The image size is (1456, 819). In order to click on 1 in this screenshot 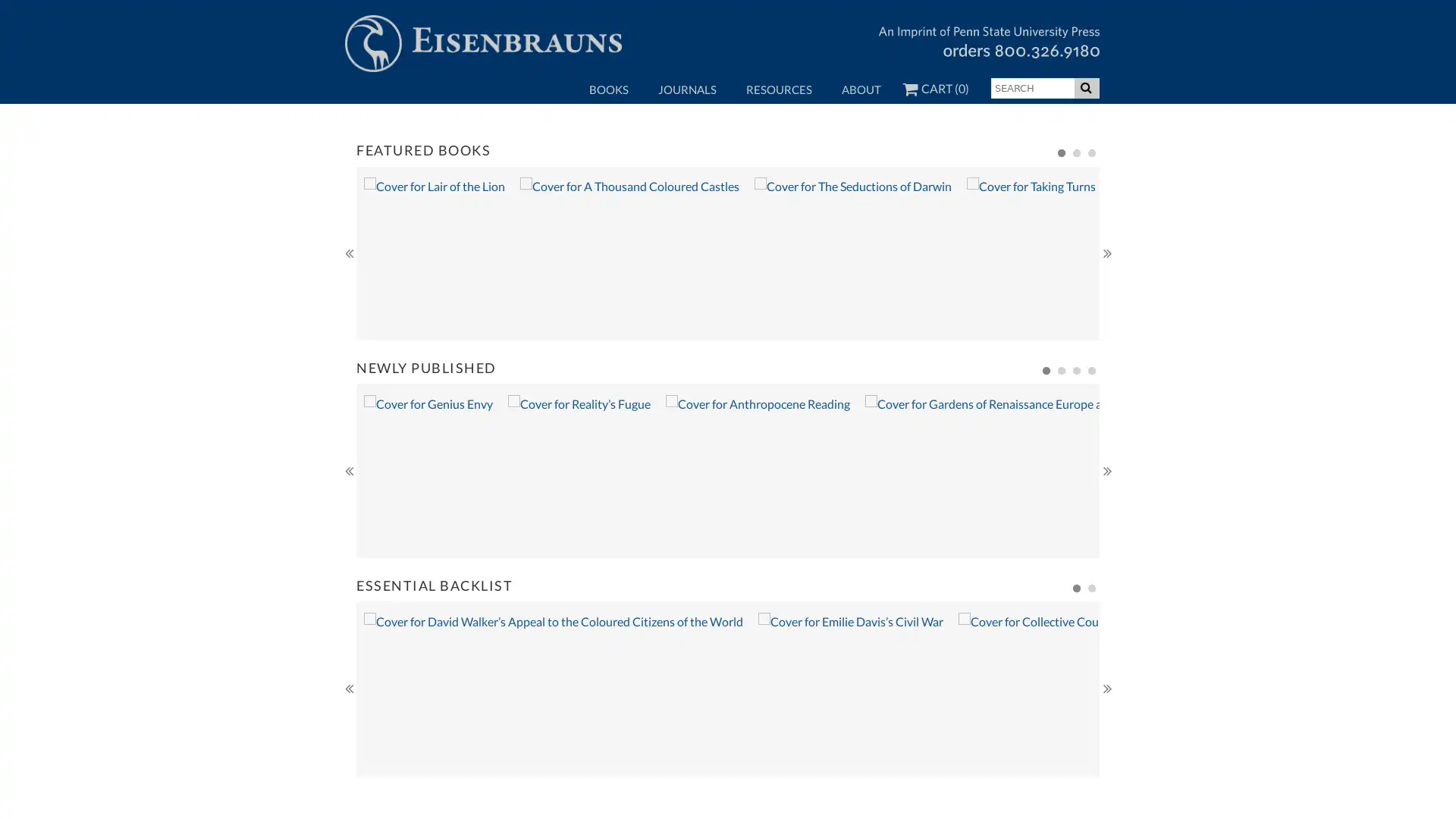, I will do `click(1076, 588)`.